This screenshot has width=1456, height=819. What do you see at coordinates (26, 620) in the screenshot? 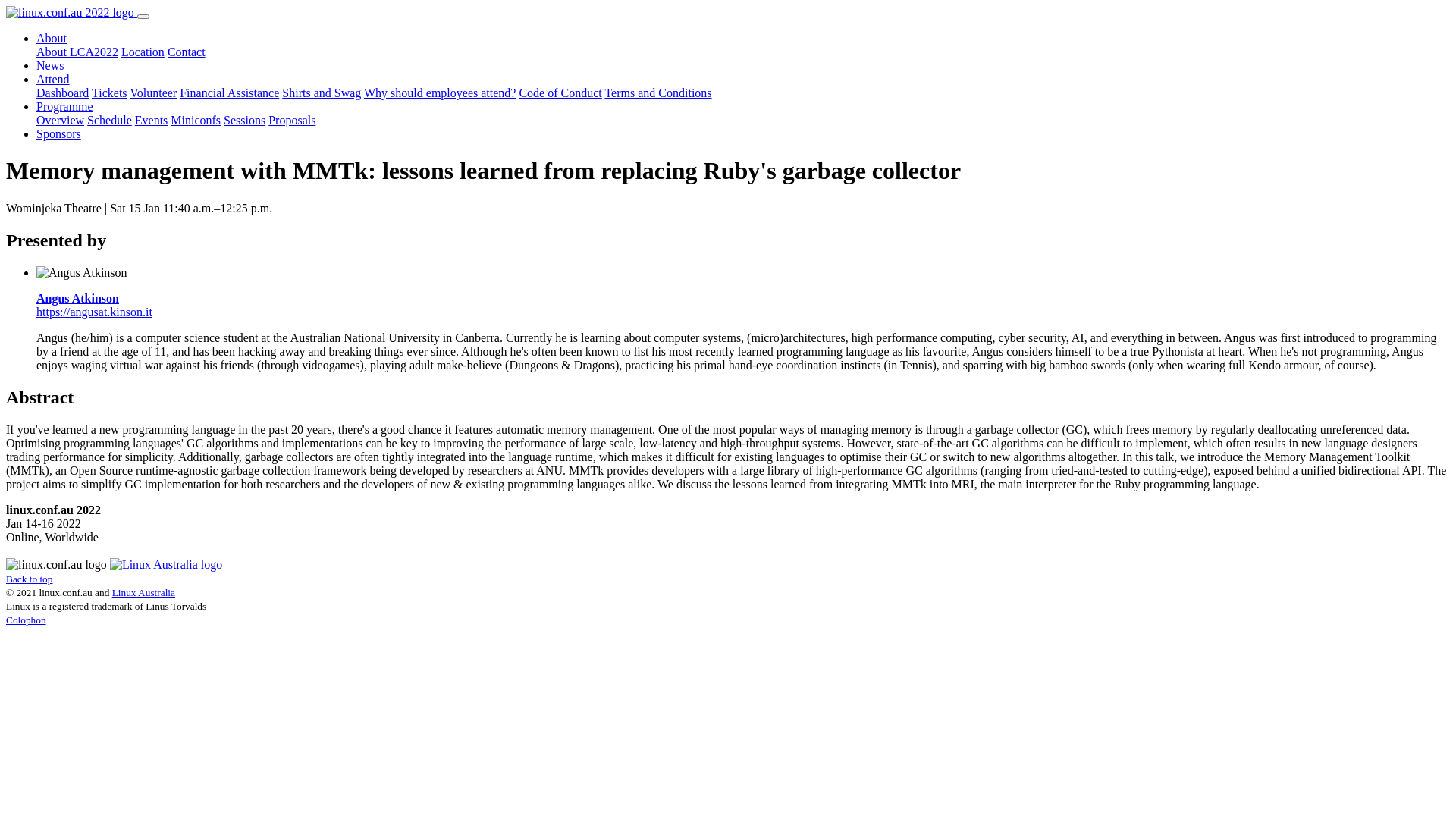
I see `'Colophon'` at bounding box center [26, 620].